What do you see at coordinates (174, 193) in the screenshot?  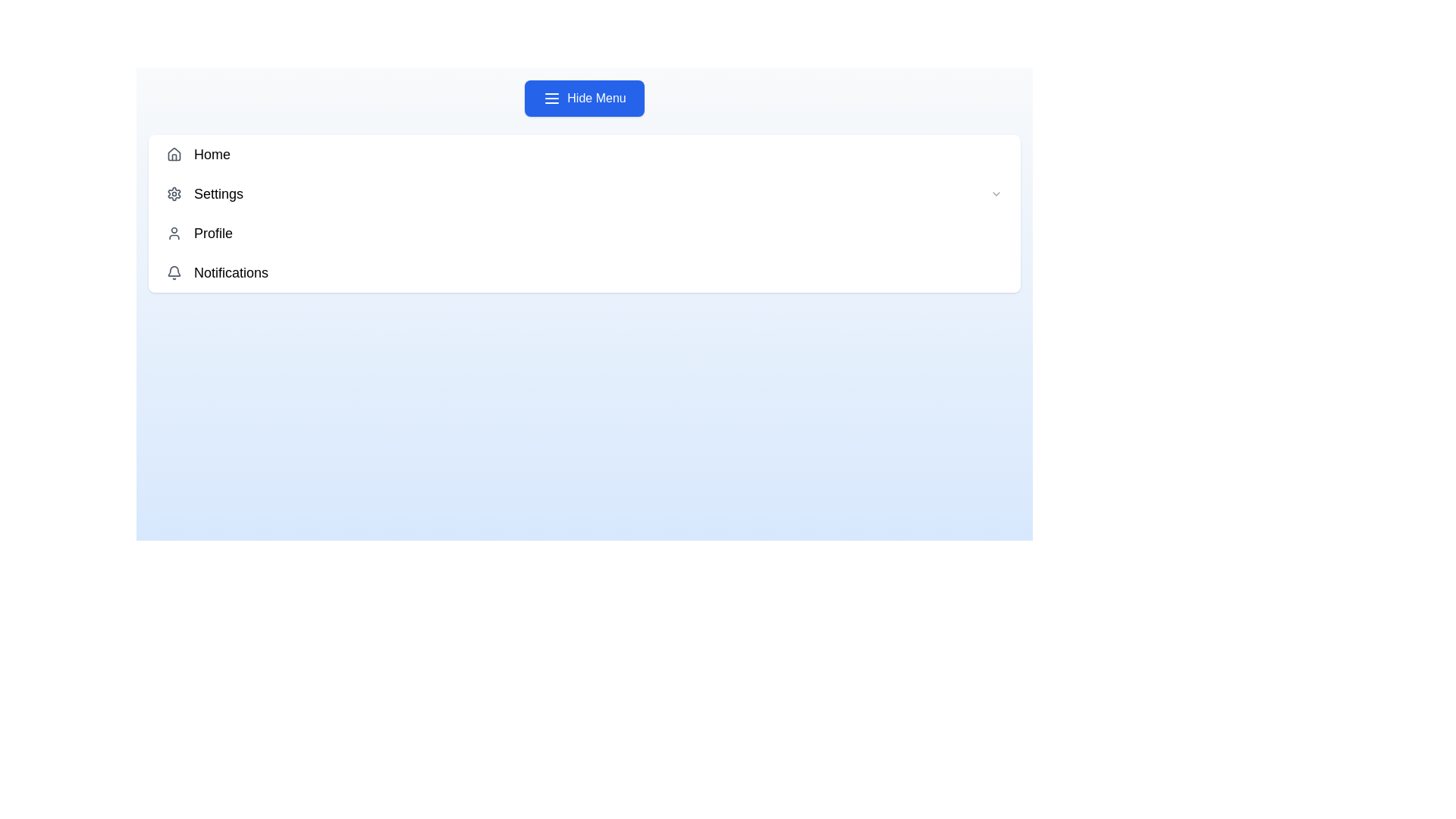 I see `the 'Settings' icon located in the navigation menu, which is positioned to the left of the 'Settings' label and is the second icon in the vertical list of navigation items` at bounding box center [174, 193].